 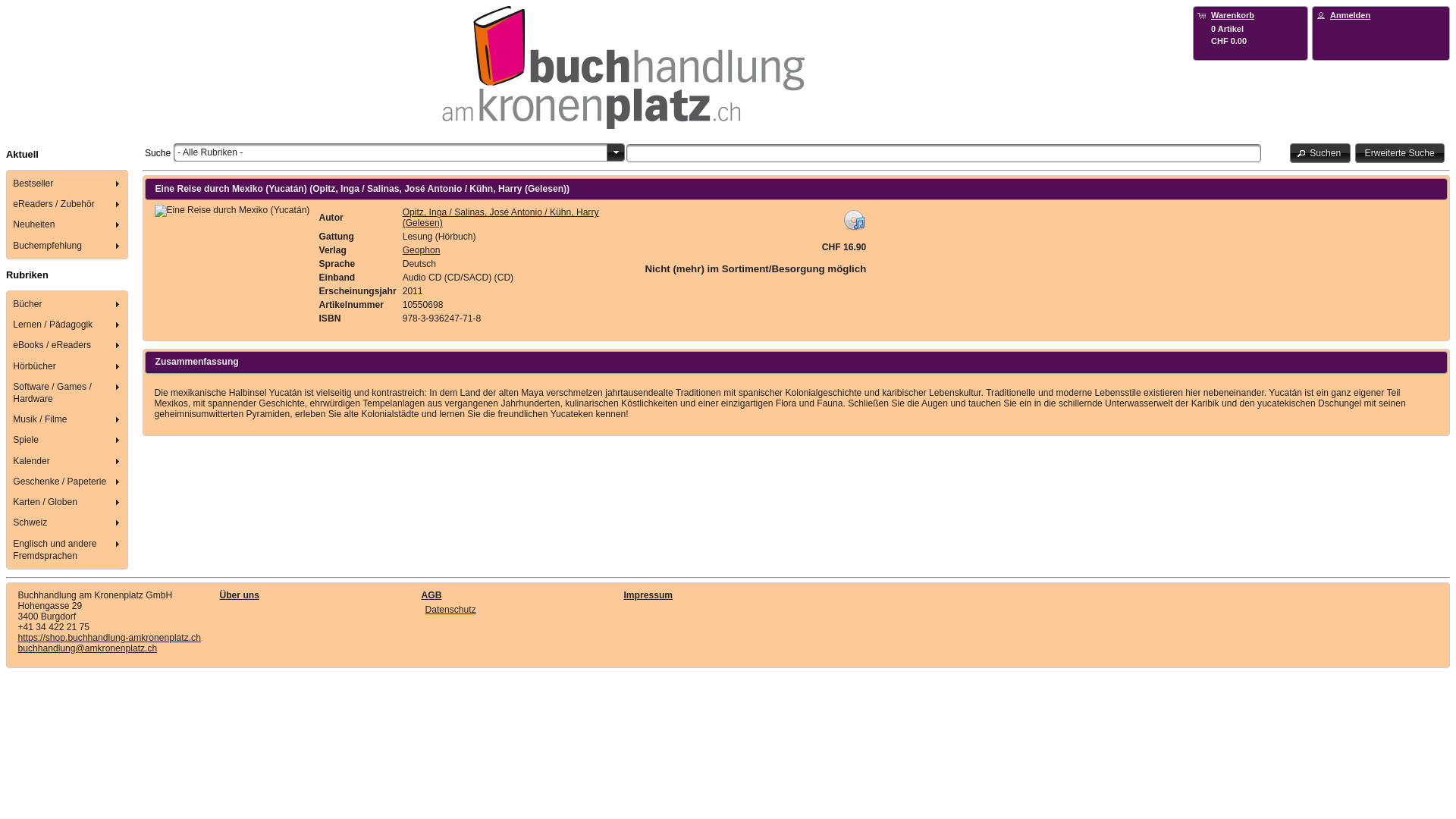 I want to click on 'Impressum', so click(x=648, y=595).